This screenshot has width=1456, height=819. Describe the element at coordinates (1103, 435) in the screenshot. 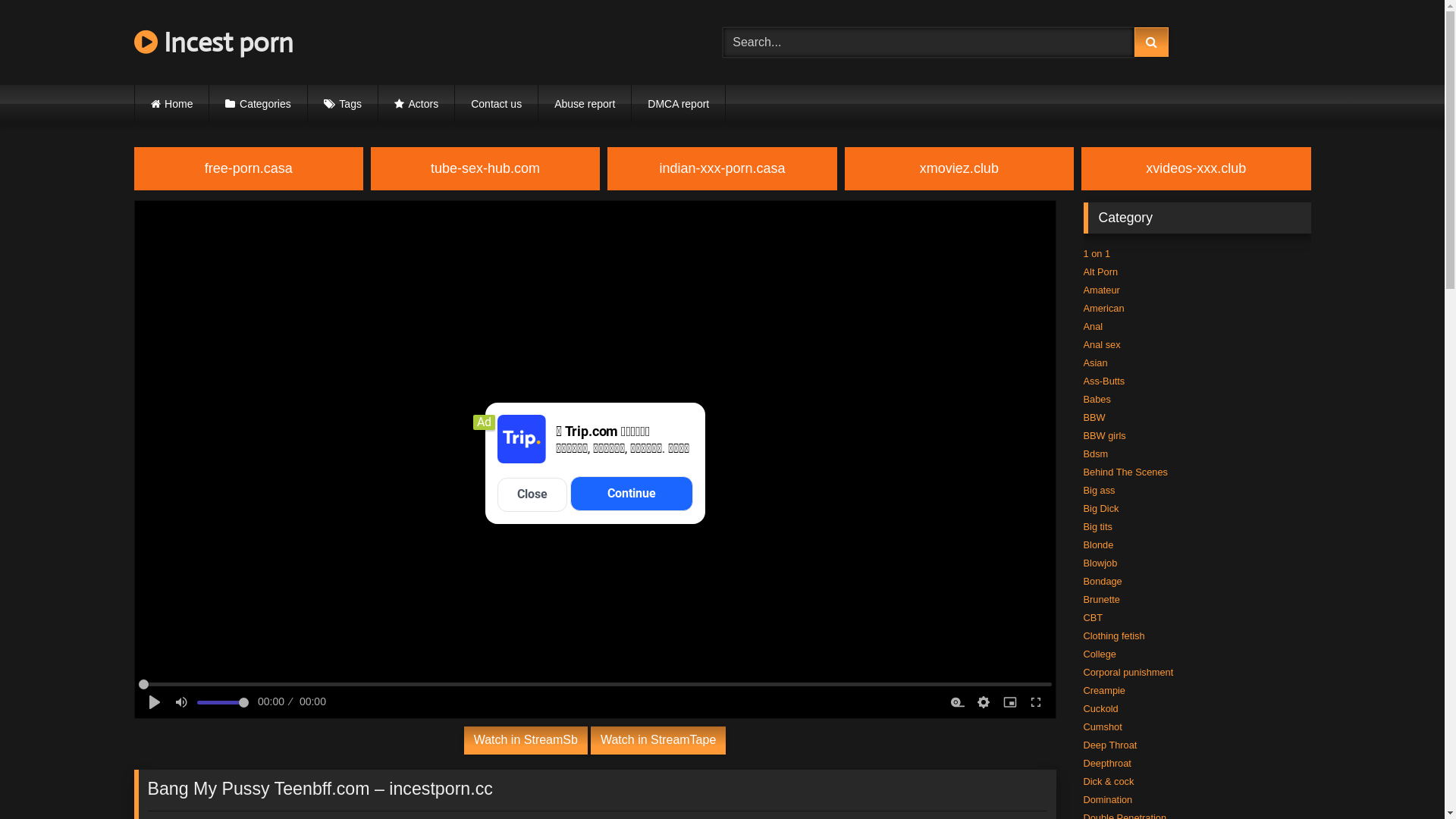

I see `'BBW girls'` at that location.